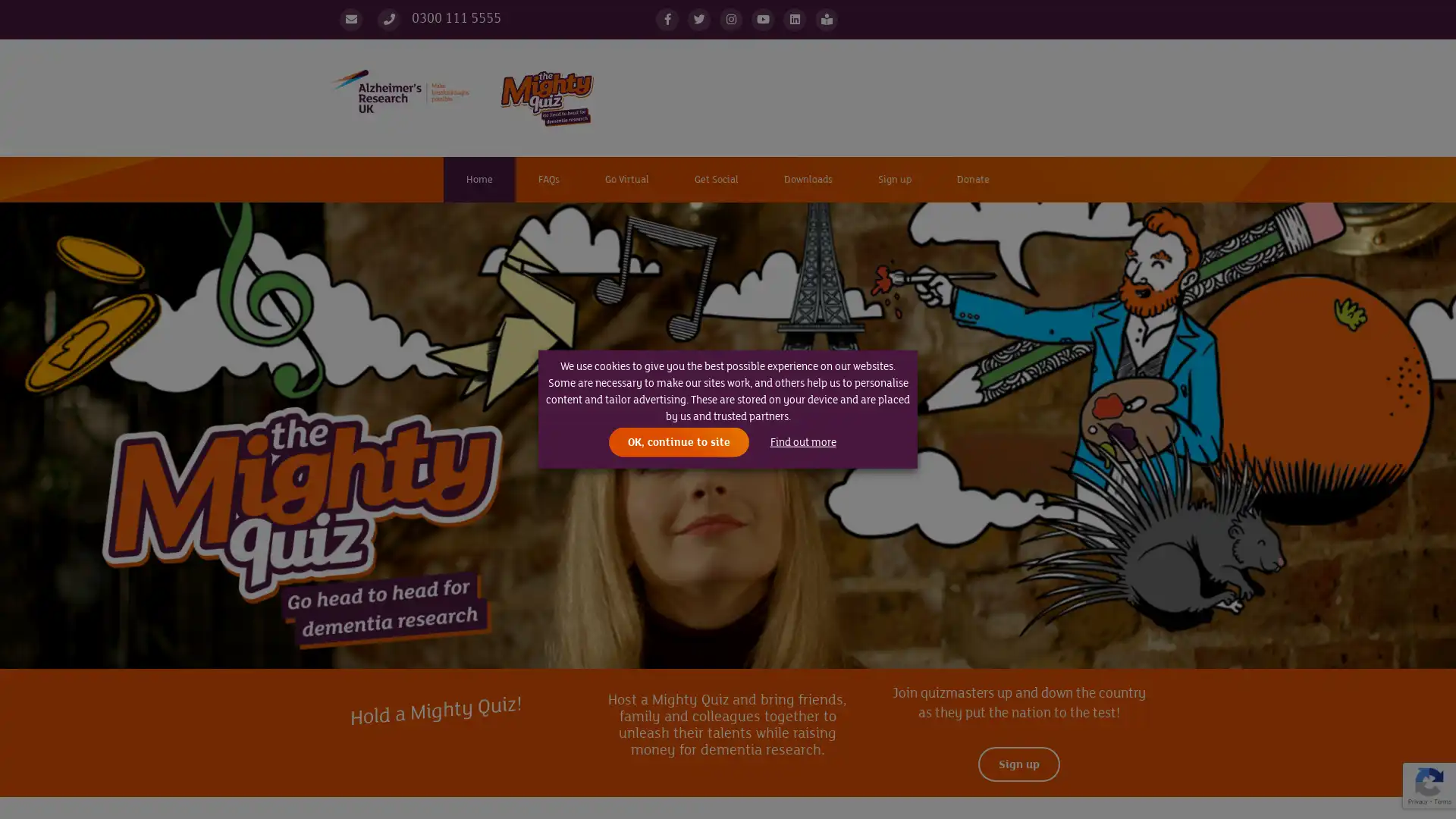 This screenshot has width=1456, height=819. I want to click on OK, continue to site, so click(677, 442).